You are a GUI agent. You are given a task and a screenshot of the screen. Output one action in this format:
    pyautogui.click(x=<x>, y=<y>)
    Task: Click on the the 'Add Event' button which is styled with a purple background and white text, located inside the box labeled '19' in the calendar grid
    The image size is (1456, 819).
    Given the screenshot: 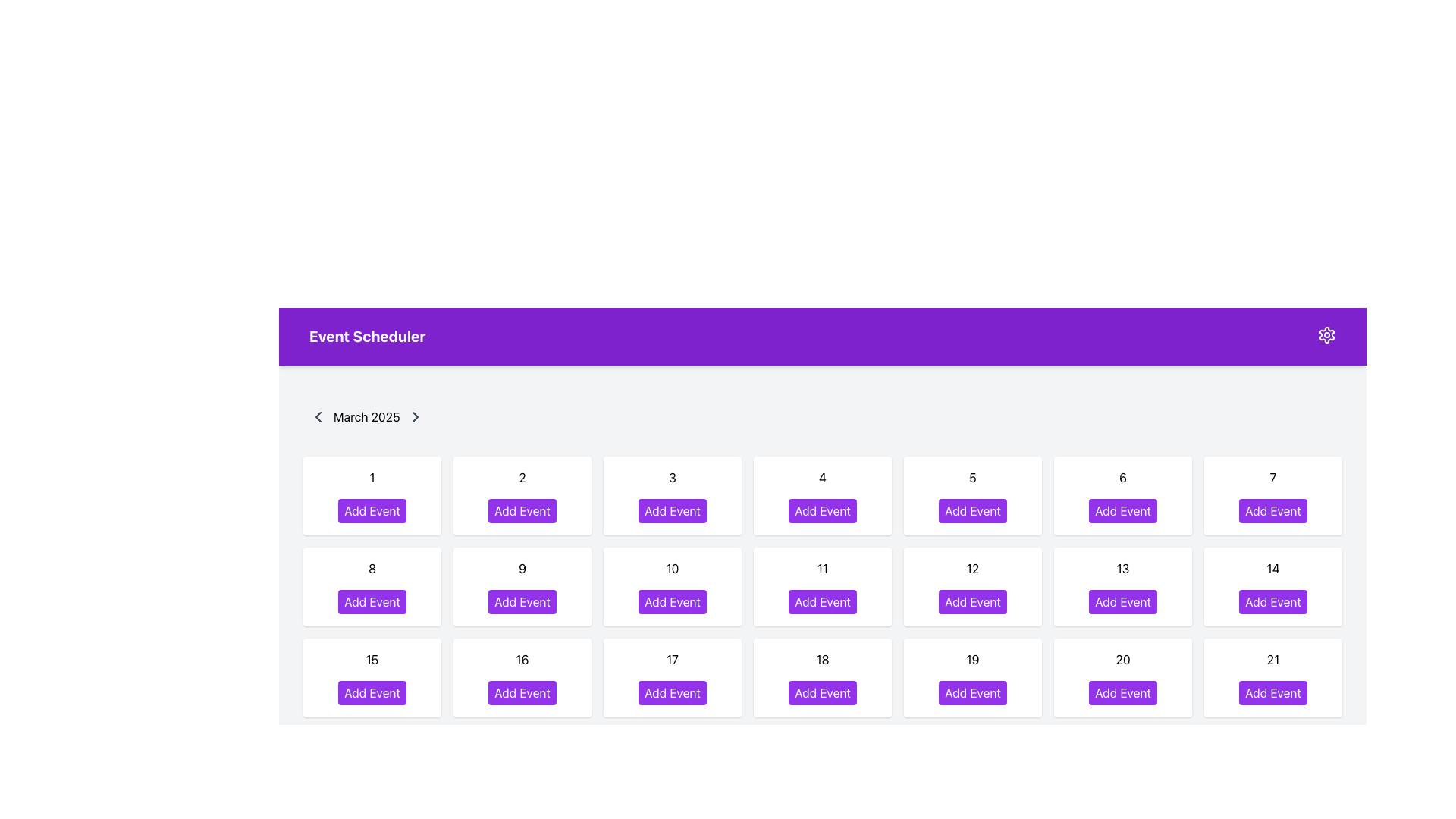 What is the action you would take?
    pyautogui.click(x=972, y=693)
    